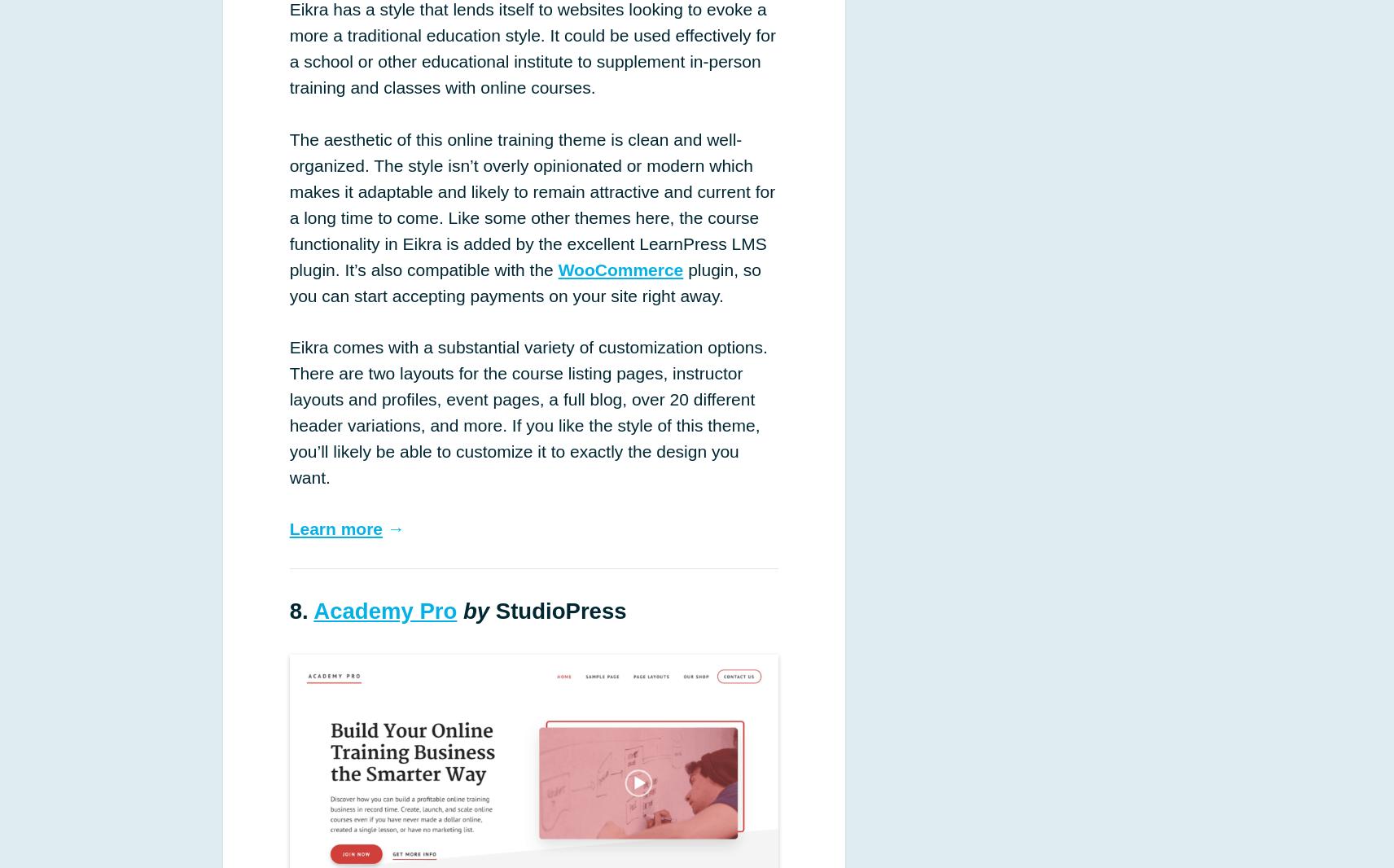 This screenshot has width=1394, height=868. I want to click on 'Academy Pro', so click(384, 610).